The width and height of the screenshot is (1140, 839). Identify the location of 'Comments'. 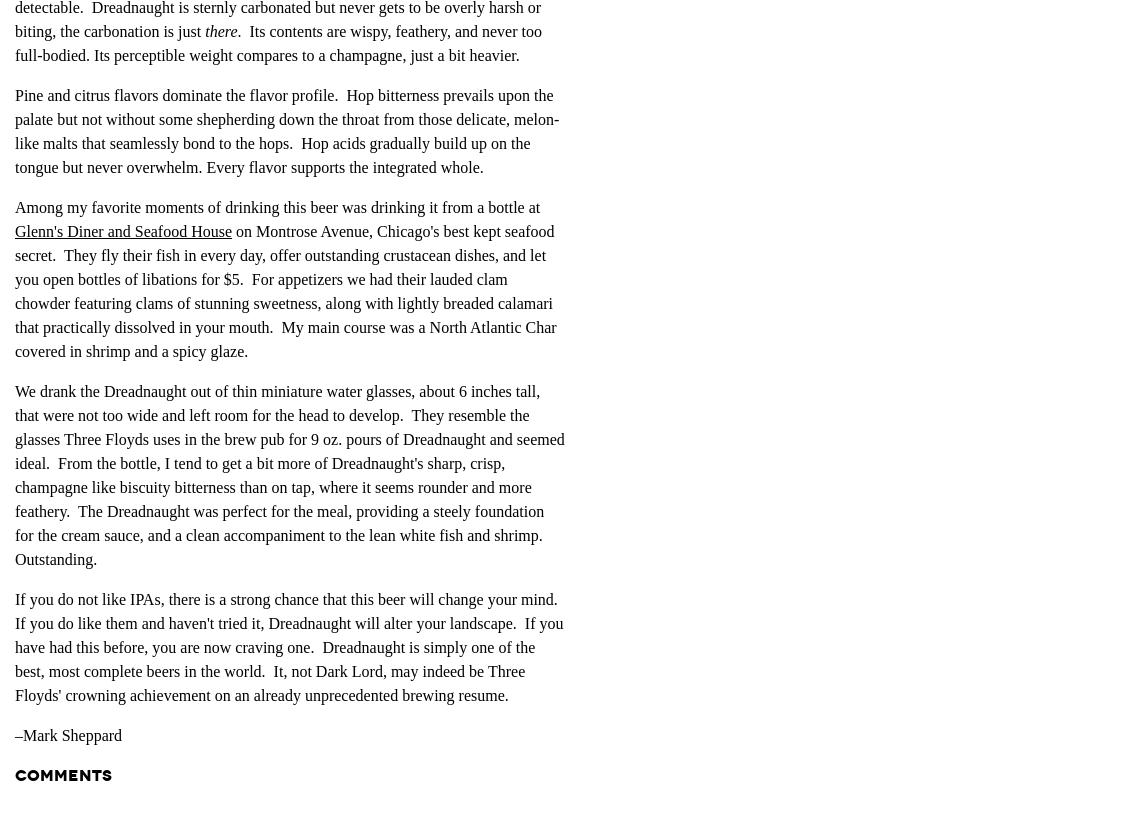
(63, 773).